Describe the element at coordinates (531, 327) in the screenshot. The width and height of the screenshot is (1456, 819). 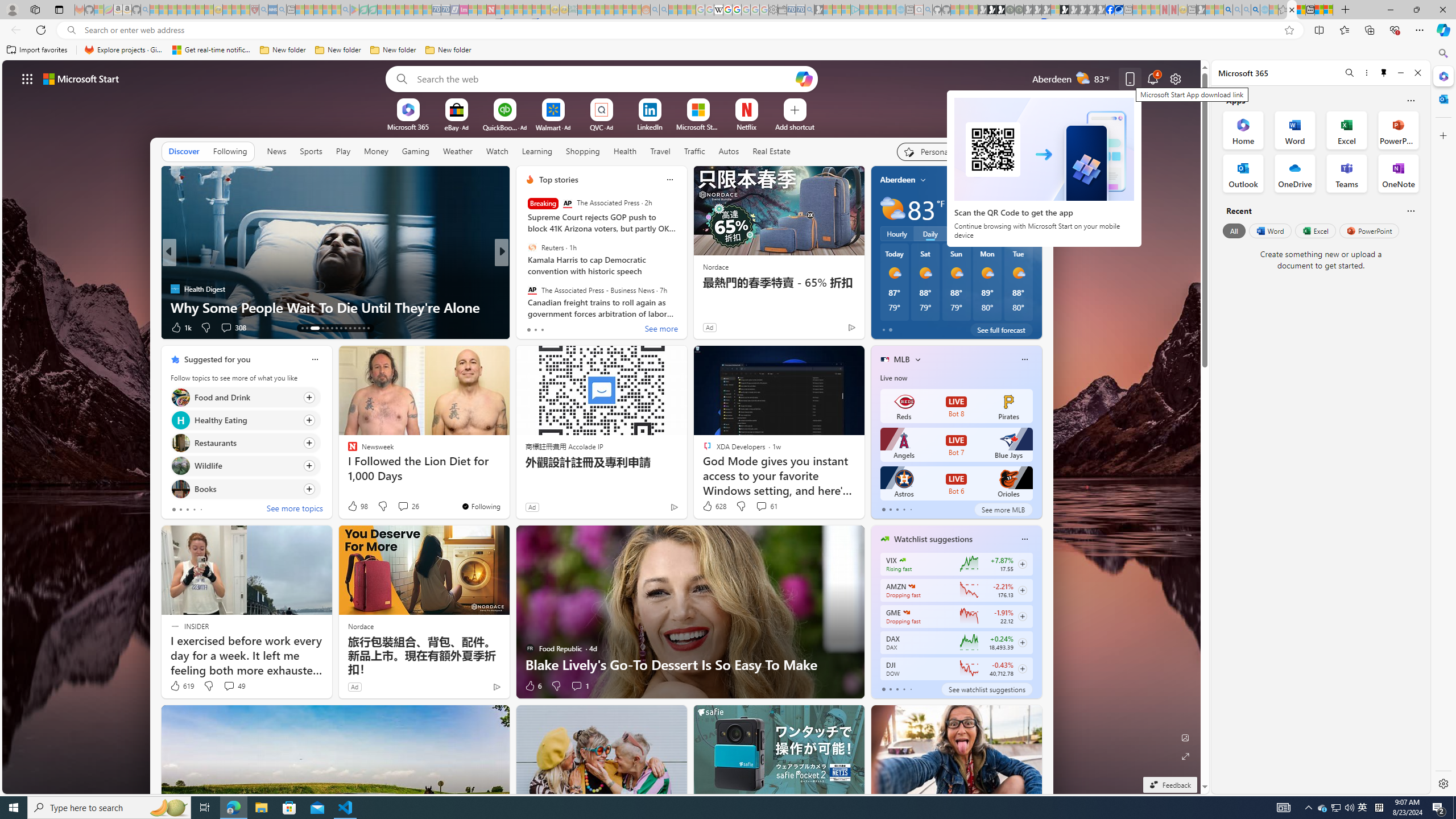
I see `'28 Like'` at that location.